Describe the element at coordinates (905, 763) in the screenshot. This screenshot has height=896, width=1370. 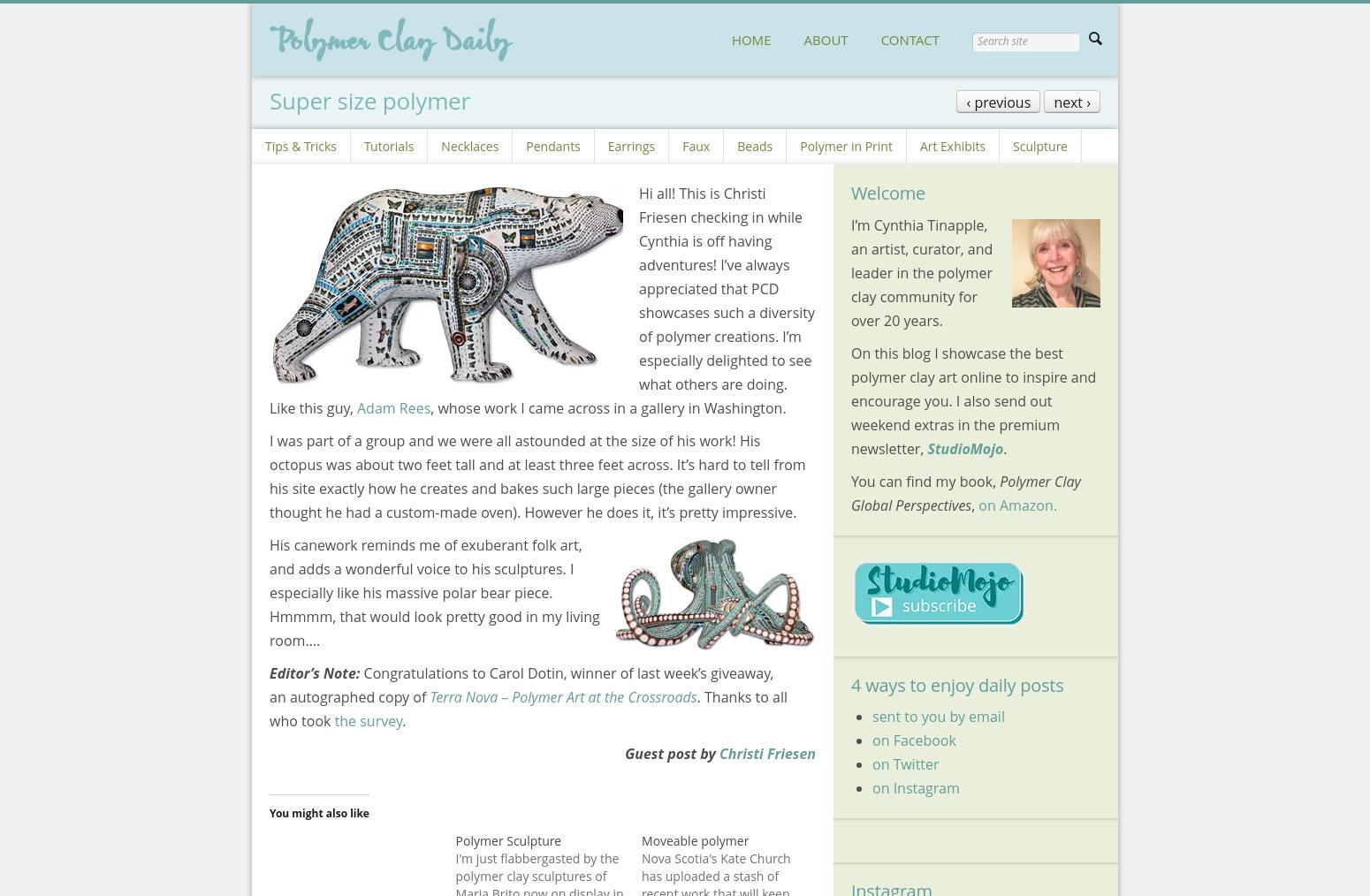
I see `'on Twitter'` at that location.